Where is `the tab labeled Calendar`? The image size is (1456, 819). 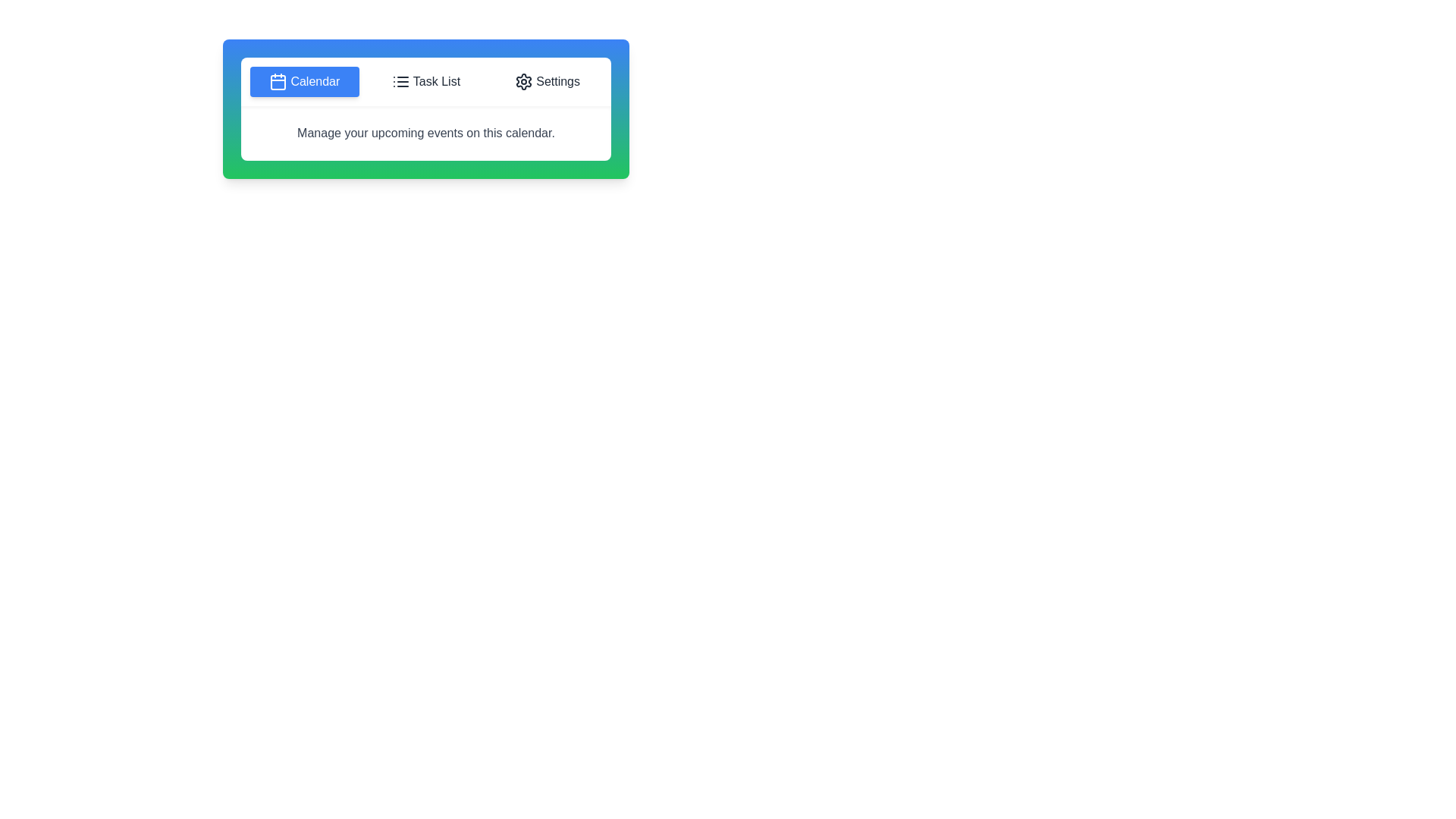 the tab labeled Calendar is located at coordinates (303, 82).